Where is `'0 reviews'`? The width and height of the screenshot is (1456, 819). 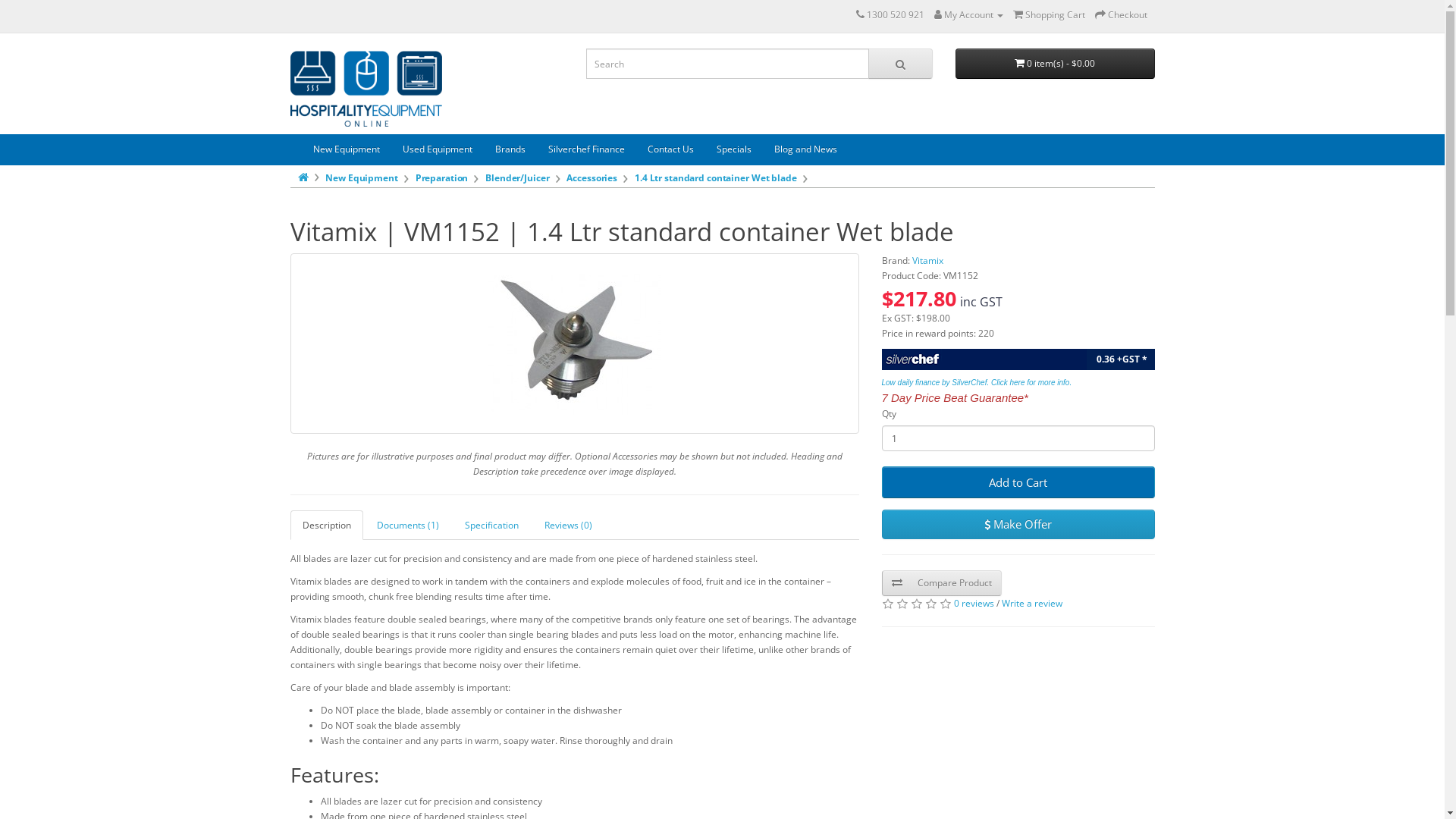
'0 reviews' is located at coordinates (974, 602).